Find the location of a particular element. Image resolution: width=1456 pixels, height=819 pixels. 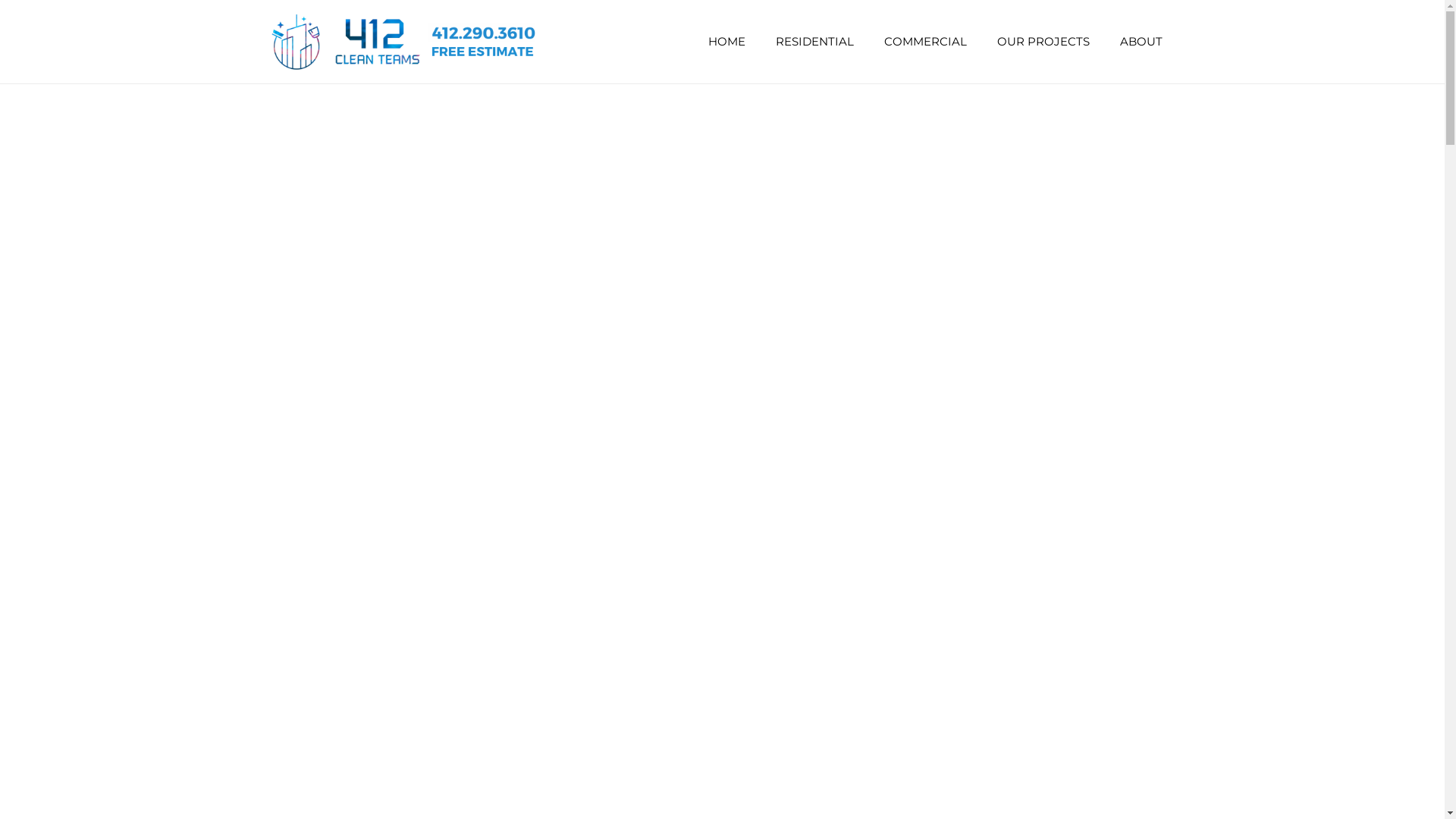

'RESIDENTIAL' is located at coordinates (761, 40).